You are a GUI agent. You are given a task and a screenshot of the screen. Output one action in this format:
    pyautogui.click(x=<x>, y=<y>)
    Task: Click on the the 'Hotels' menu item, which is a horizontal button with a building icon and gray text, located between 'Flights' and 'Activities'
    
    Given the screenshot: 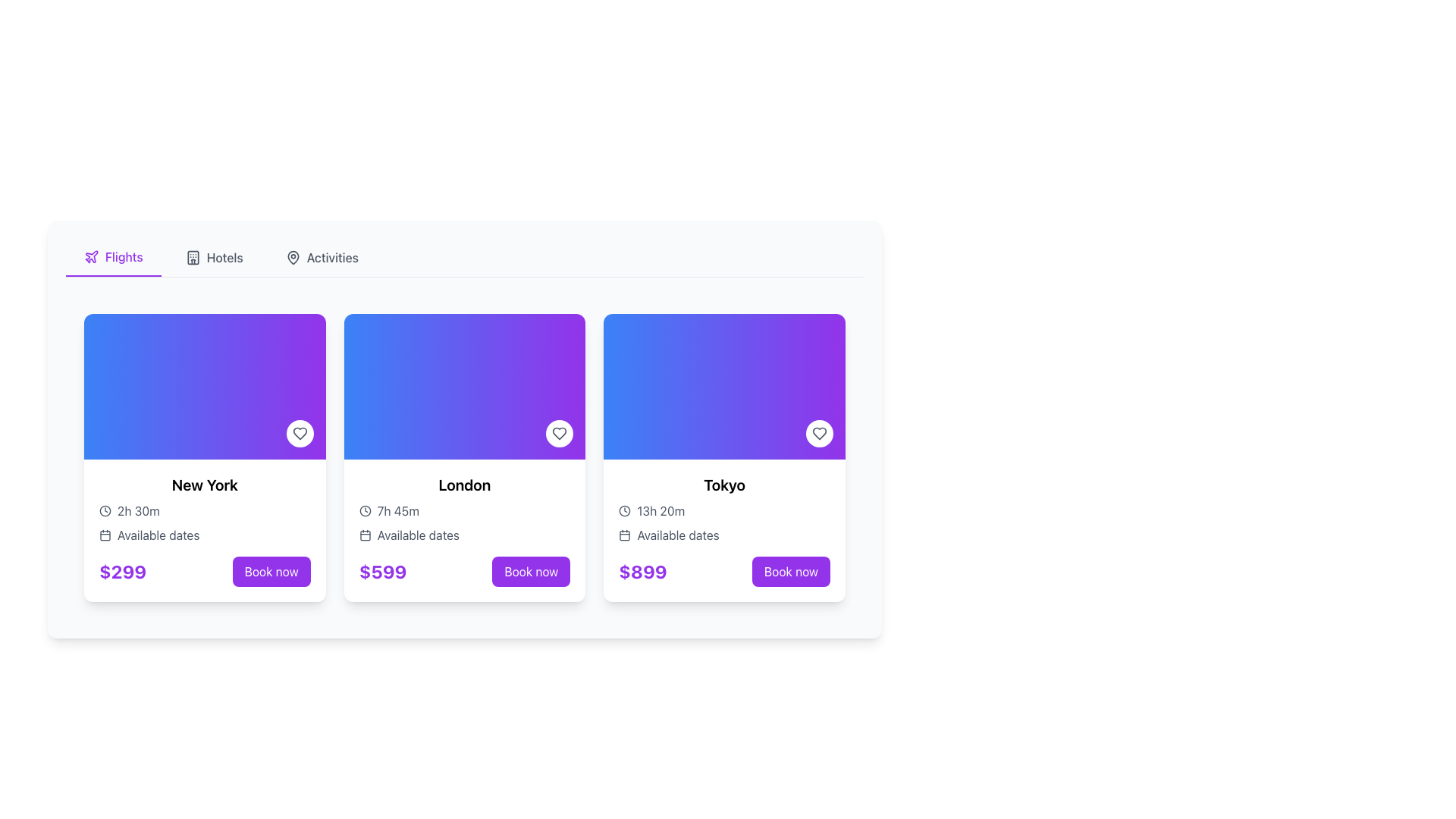 What is the action you would take?
    pyautogui.click(x=213, y=256)
    